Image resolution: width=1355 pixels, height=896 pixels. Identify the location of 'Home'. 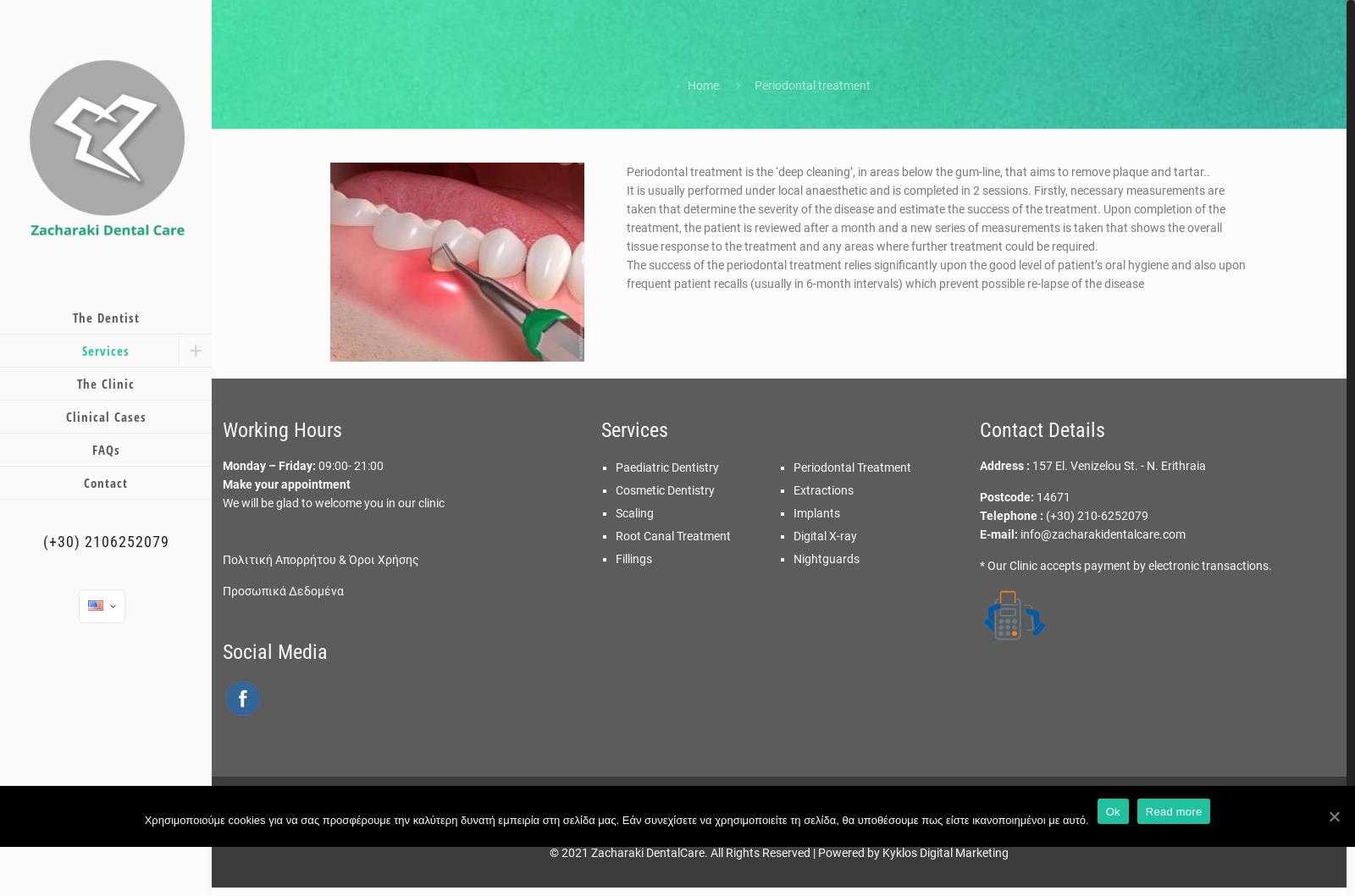
(701, 85).